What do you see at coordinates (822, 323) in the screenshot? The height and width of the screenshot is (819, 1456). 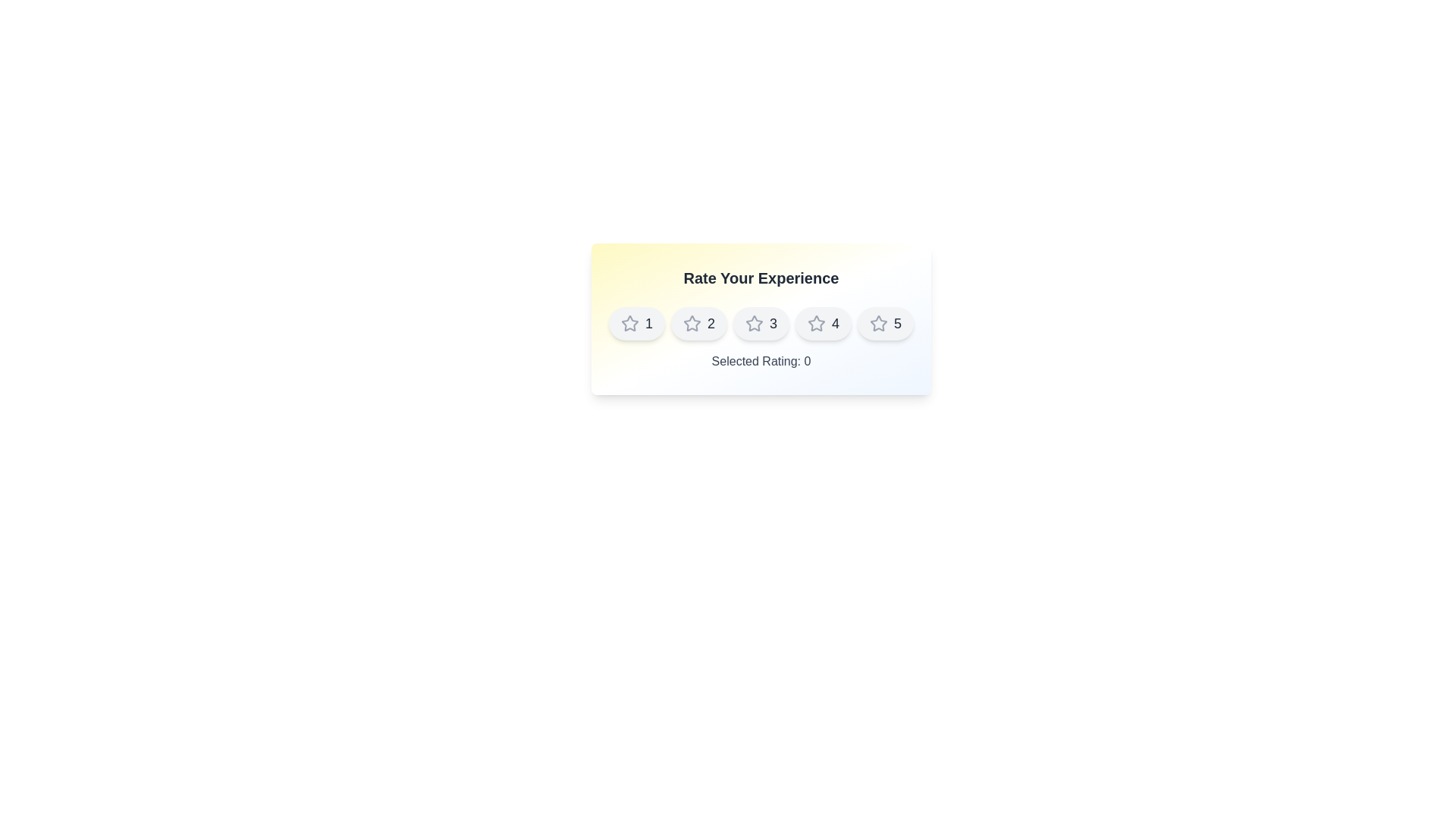 I see `the star corresponding to 4` at bounding box center [822, 323].